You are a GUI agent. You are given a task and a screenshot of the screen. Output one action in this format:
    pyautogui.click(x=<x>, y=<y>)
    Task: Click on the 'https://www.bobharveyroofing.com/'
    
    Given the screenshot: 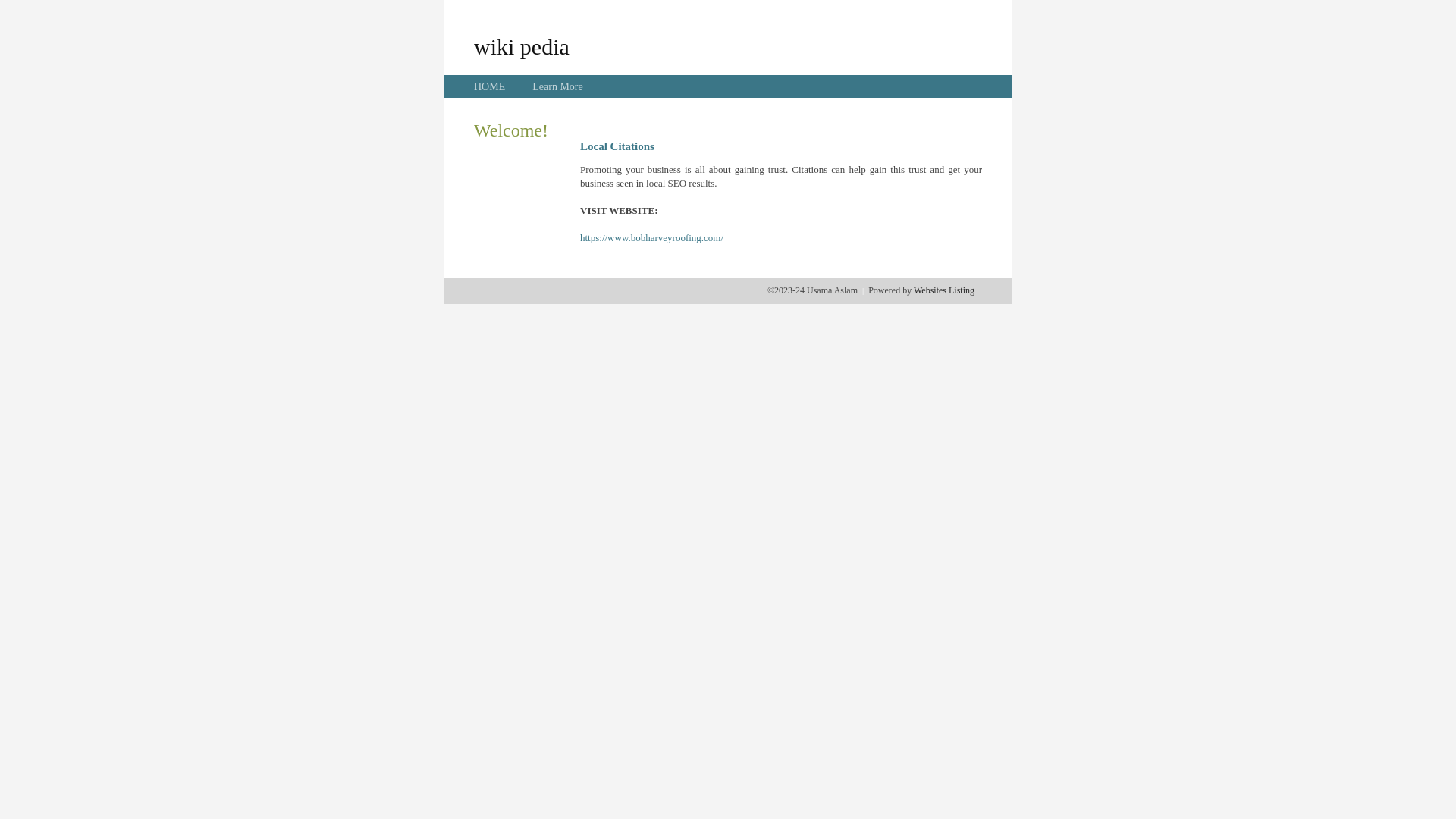 What is the action you would take?
    pyautogui.click(x=651, y=237)
    